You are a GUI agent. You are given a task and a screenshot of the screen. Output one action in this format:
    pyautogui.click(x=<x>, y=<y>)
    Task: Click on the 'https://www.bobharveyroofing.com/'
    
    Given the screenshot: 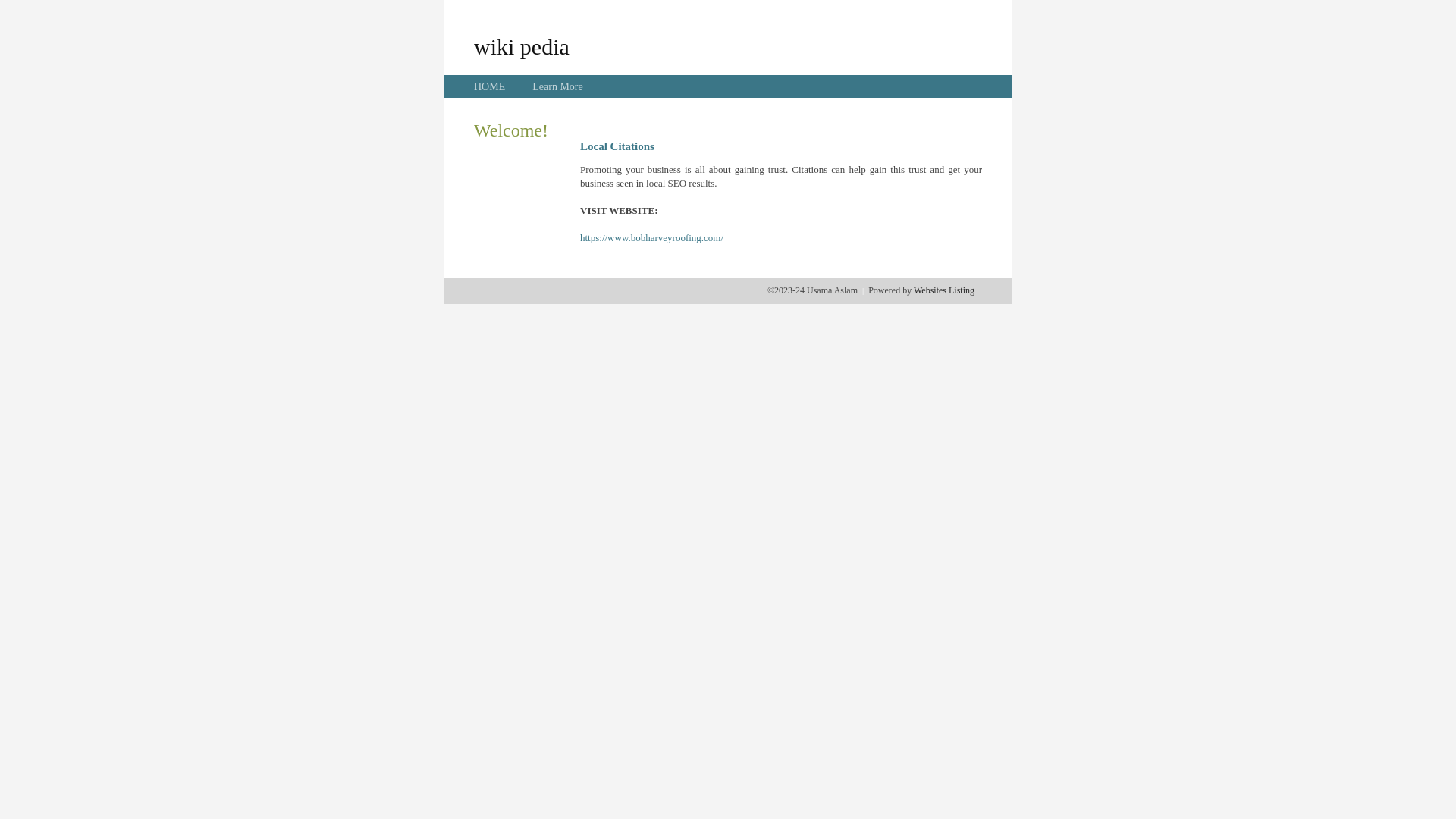 What is the action you would take?
    pyautogui.click(x=651, y=237)
    